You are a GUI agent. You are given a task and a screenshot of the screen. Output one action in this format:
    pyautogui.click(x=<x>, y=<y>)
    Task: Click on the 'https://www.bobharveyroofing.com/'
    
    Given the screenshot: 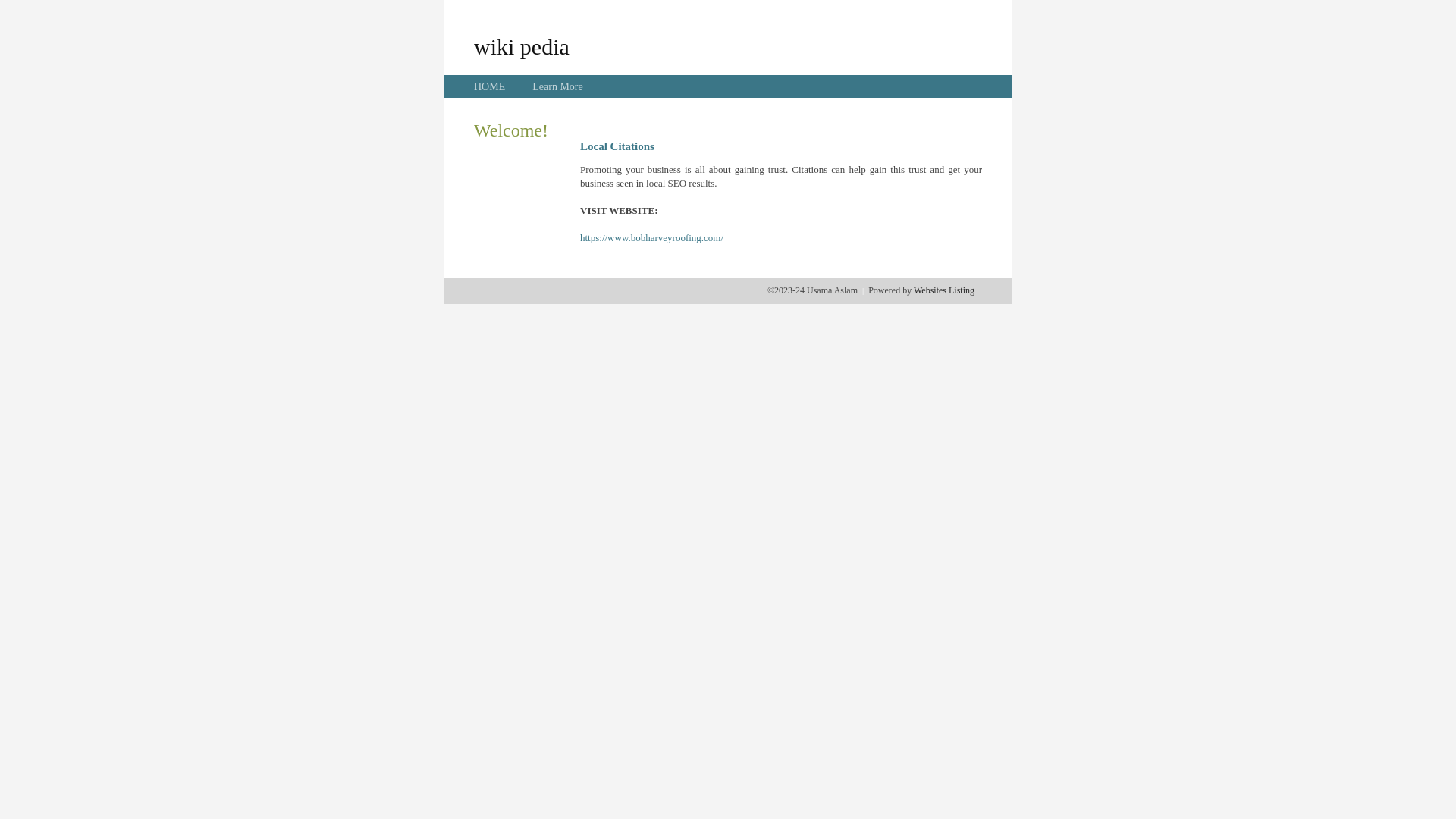 What is the action you would take?
    pyautogui.click(x=651, y=237)
    